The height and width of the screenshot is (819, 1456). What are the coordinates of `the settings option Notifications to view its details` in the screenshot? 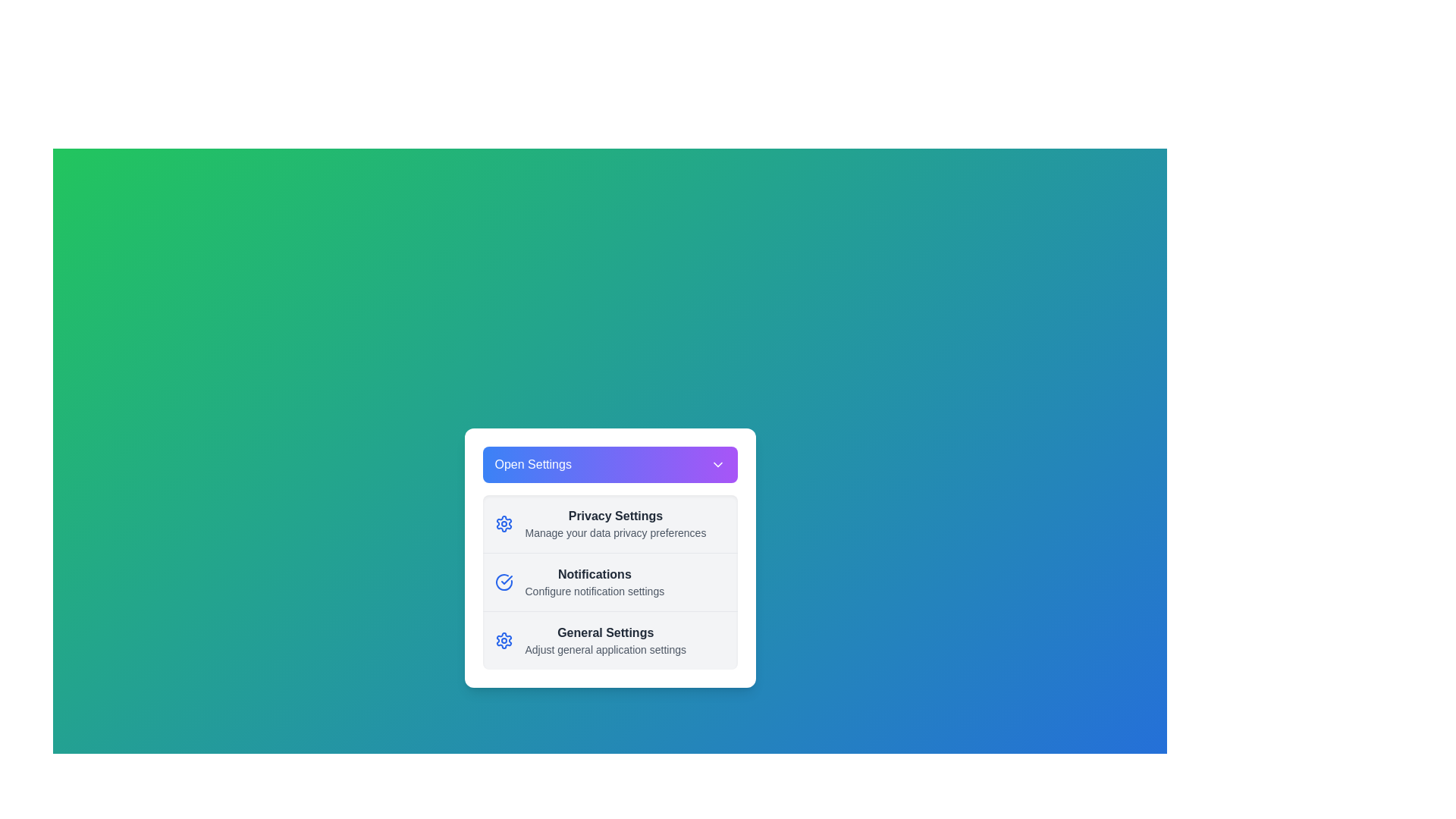 It's located at (610, 581).